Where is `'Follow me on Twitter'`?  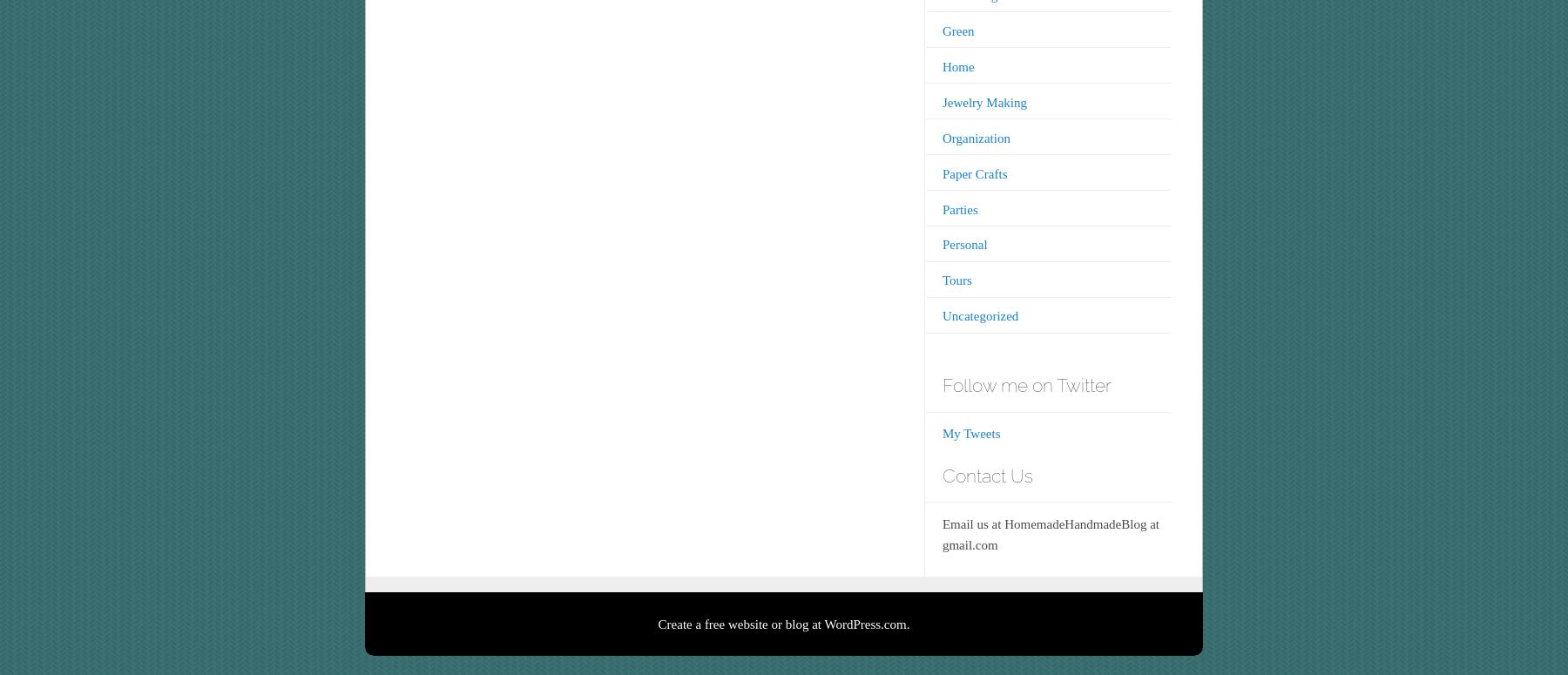
'Follow me on Twitter' is located at coordinates (1024, 385).